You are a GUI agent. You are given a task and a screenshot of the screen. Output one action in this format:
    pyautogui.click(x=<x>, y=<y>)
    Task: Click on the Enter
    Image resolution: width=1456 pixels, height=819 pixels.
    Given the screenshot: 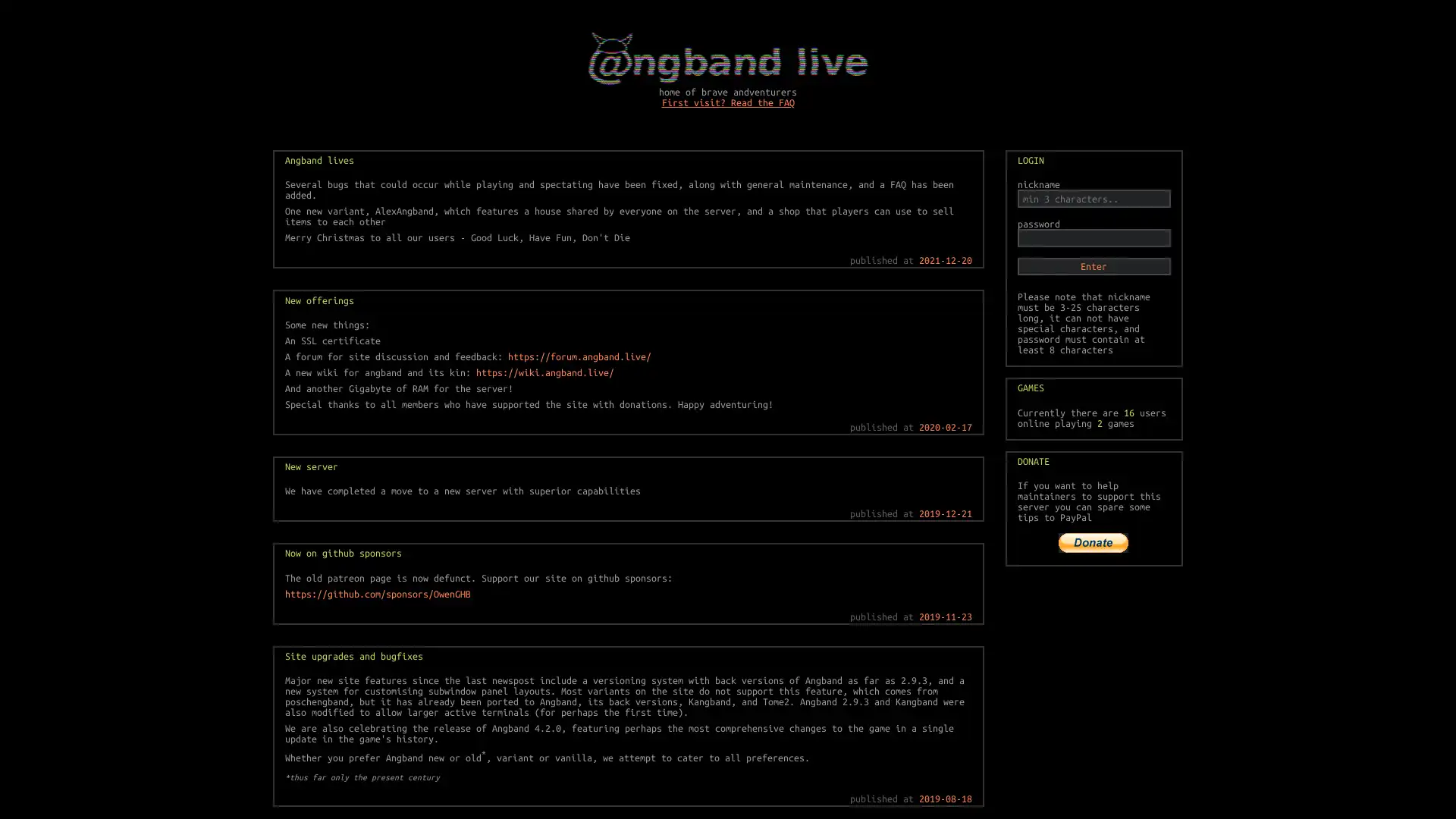 What is the action you would take?
    pyautogui.click(x=1094, y=265)
    